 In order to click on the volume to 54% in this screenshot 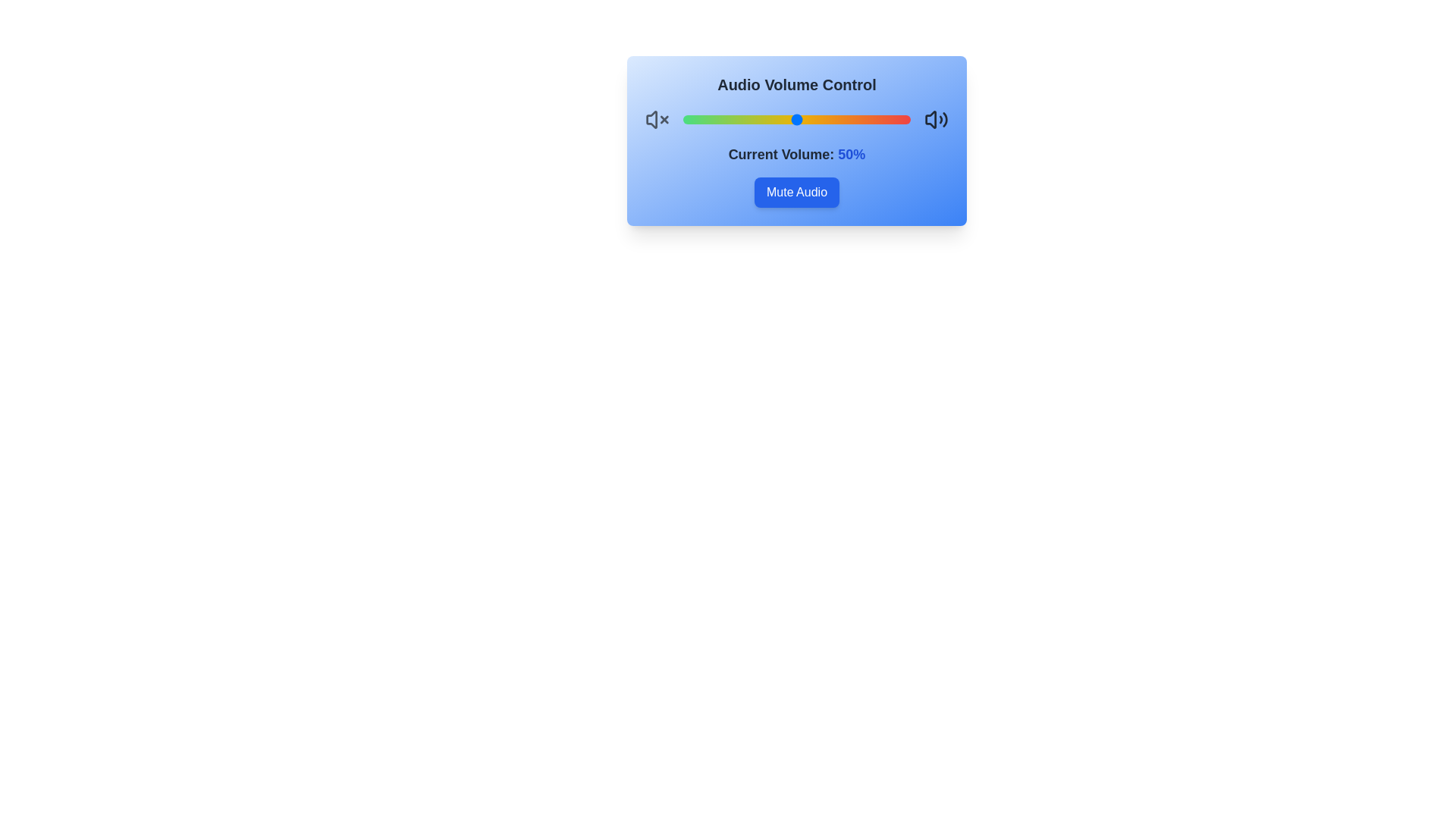, I will do `click(805, 119)`.